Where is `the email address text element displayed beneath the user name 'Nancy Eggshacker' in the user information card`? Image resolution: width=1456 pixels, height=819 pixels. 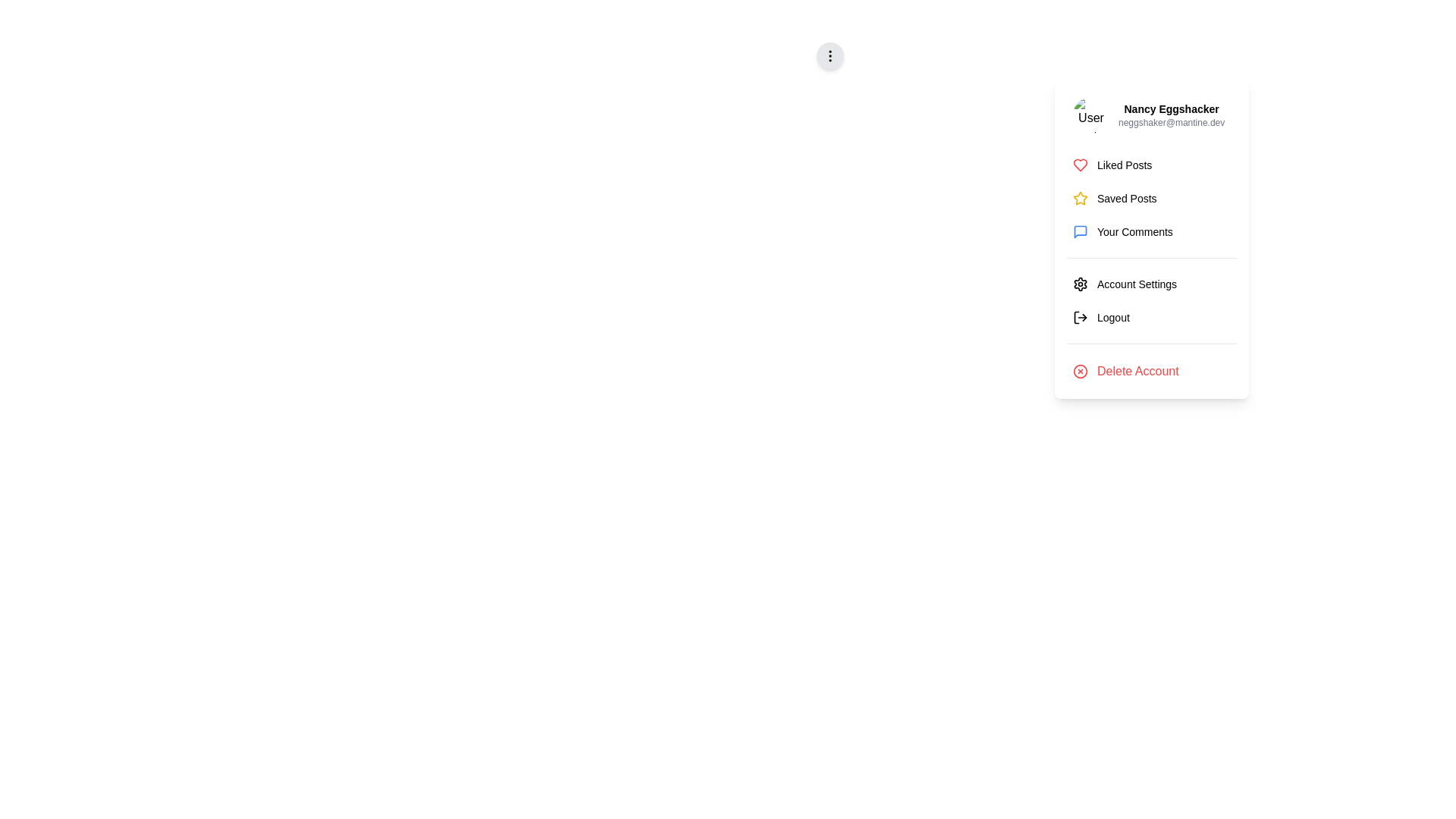 the email address text element displayed beneath the user name 'Nancy Eggshacker' in the user information card is located at coordinates (1171, 122).